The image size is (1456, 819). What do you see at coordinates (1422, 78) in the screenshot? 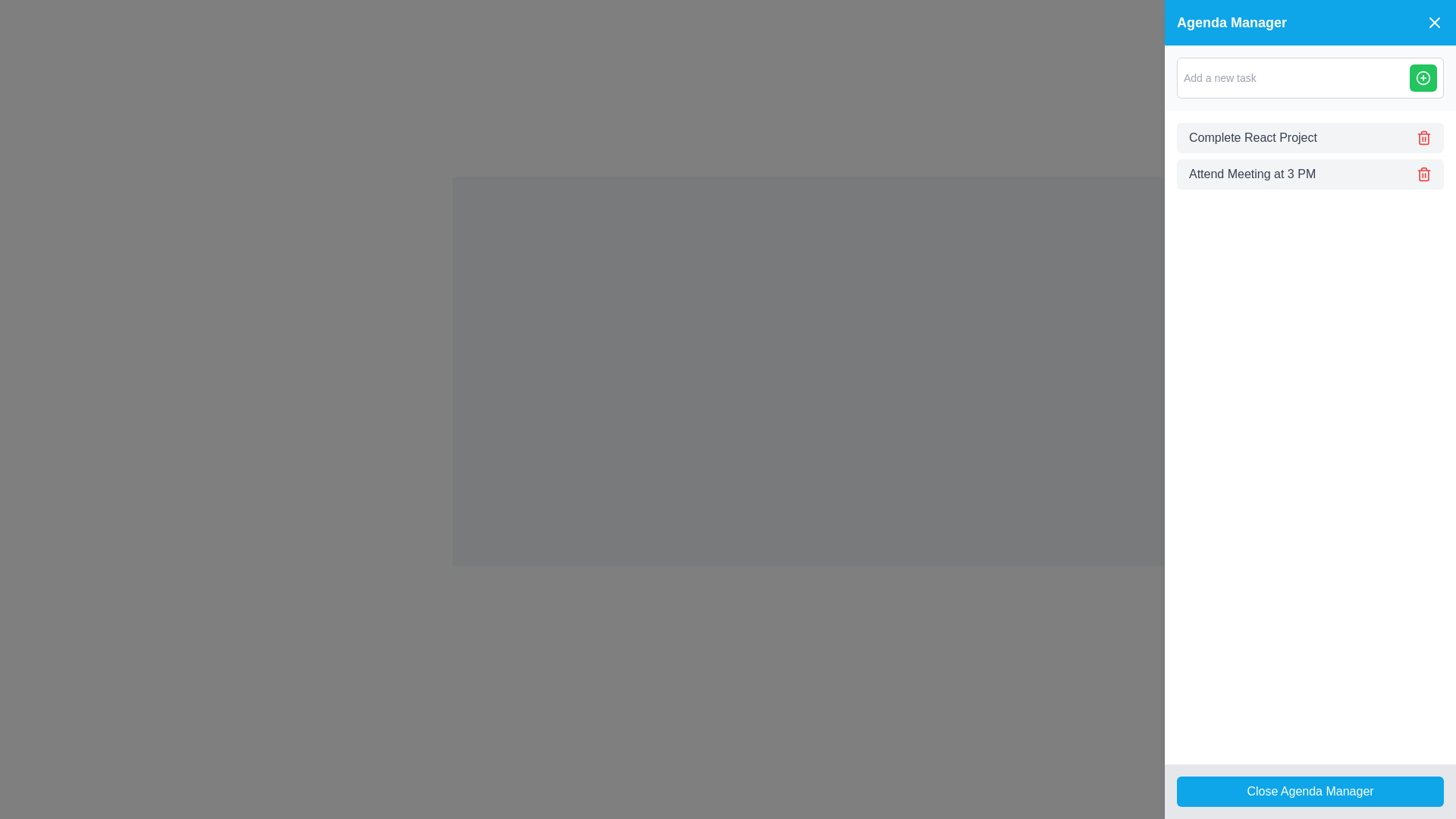
I see `the circular graphical icon, which is the leftmost and most central component of a grouped icon set located at the top-right section of the interface` at bounding box center [1422, 78].